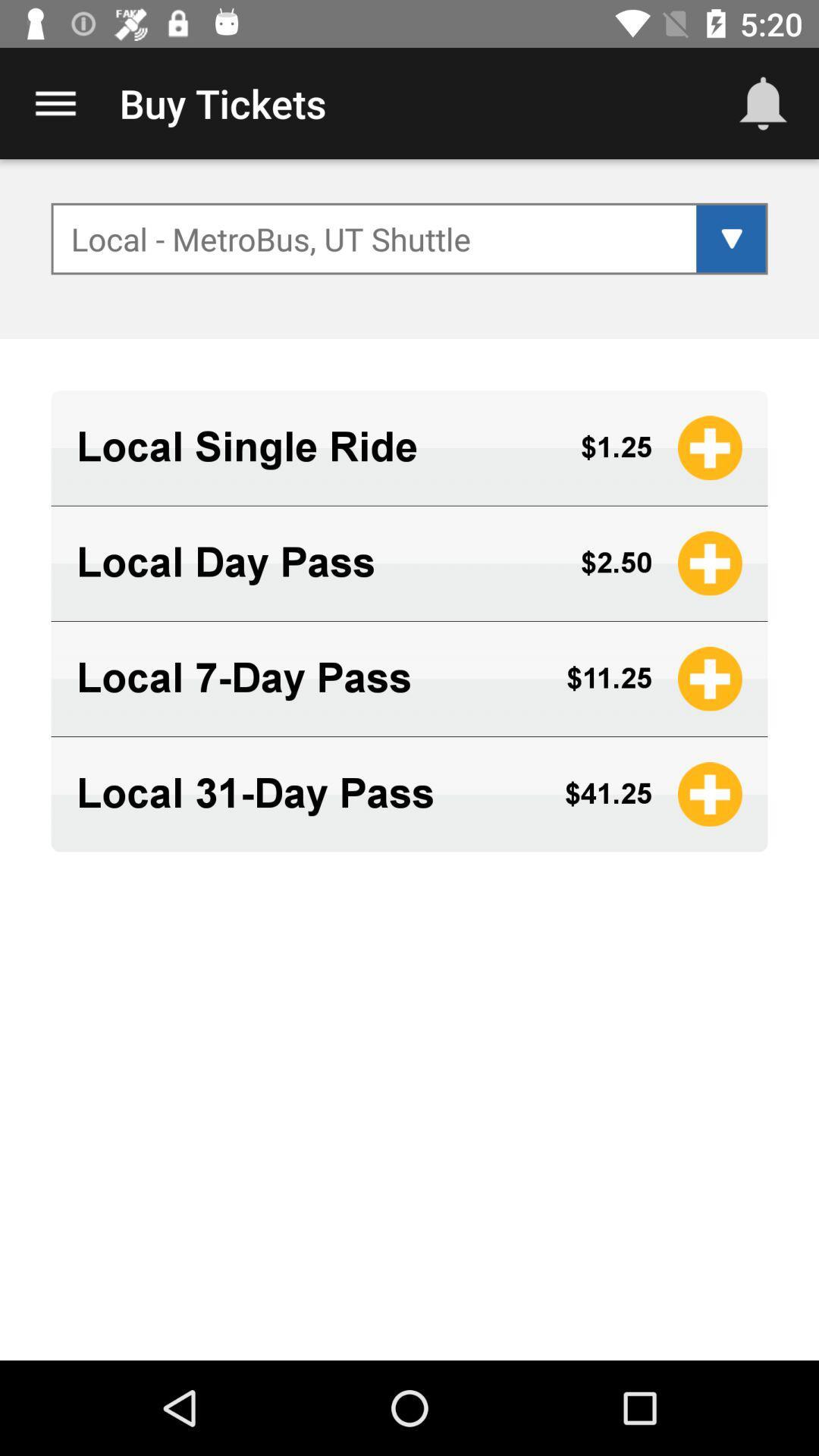 The height and width of the screenshot is (1456, 819). I want to click on local single ride, so click(315, 447).